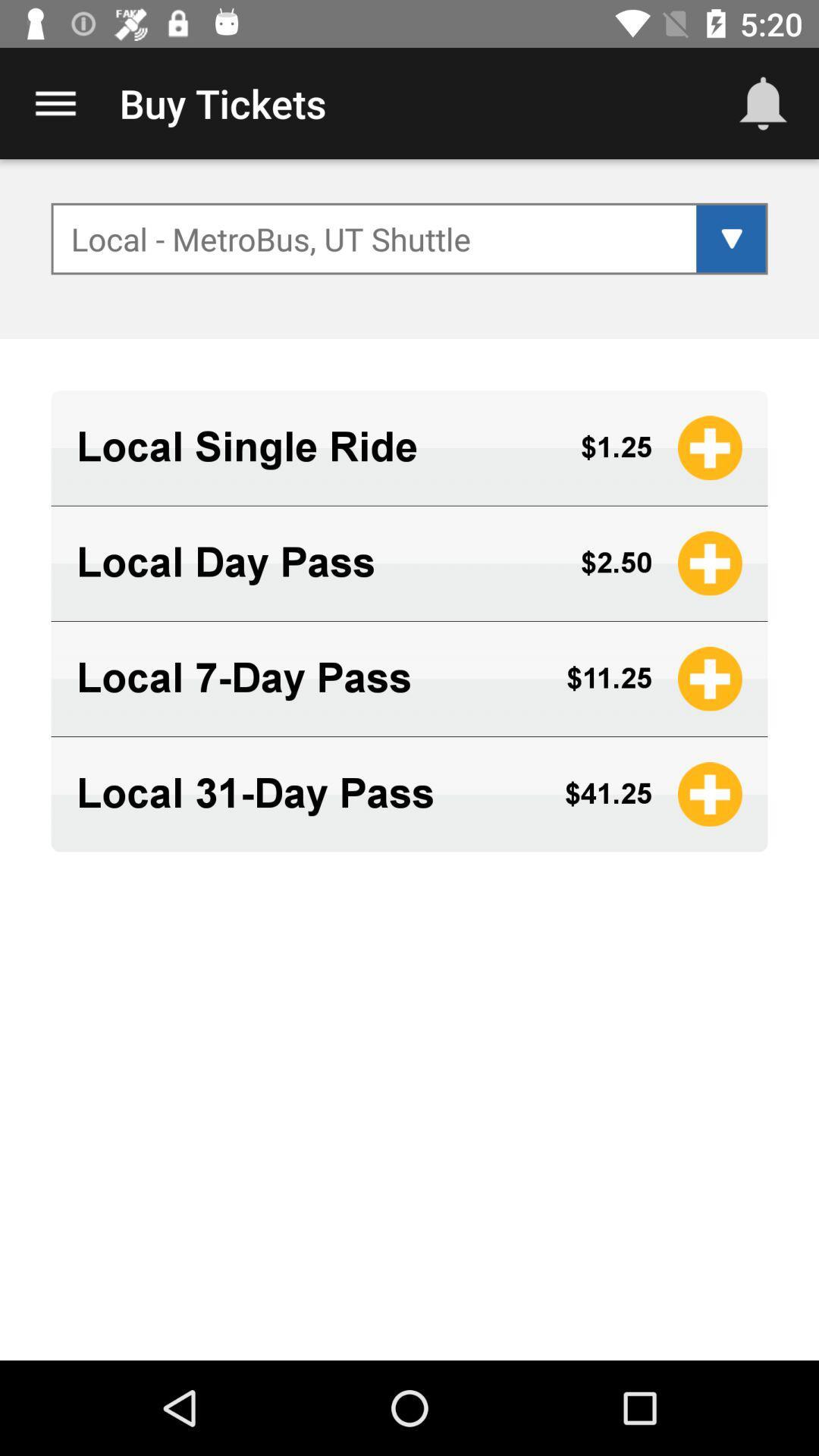 The height and width of the screenshot is (1456, 819). I want to click on local single ride, so click(315, 447).